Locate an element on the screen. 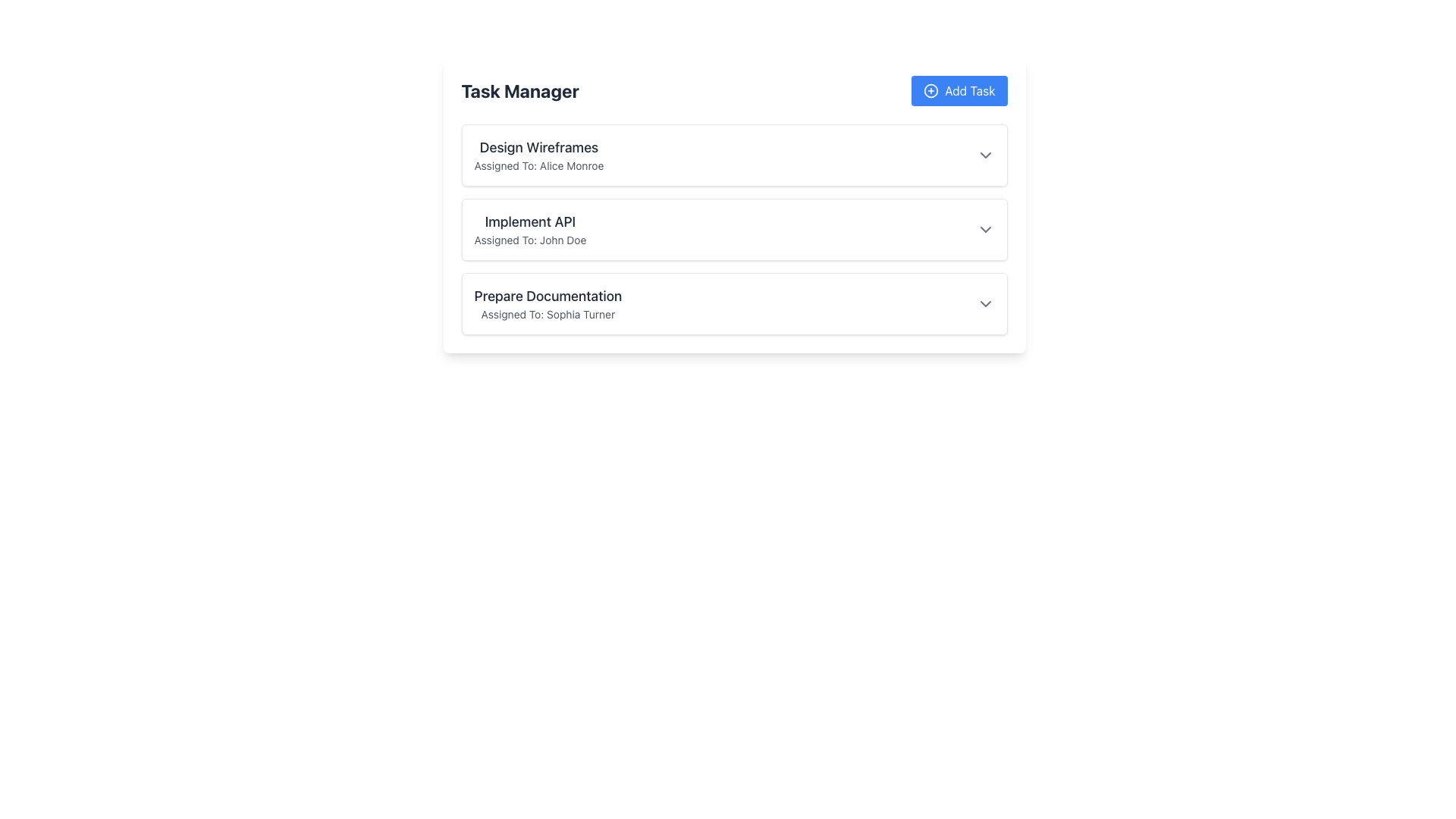  the task card named 'Implement API' assigned is located at coordinates (734, 230).